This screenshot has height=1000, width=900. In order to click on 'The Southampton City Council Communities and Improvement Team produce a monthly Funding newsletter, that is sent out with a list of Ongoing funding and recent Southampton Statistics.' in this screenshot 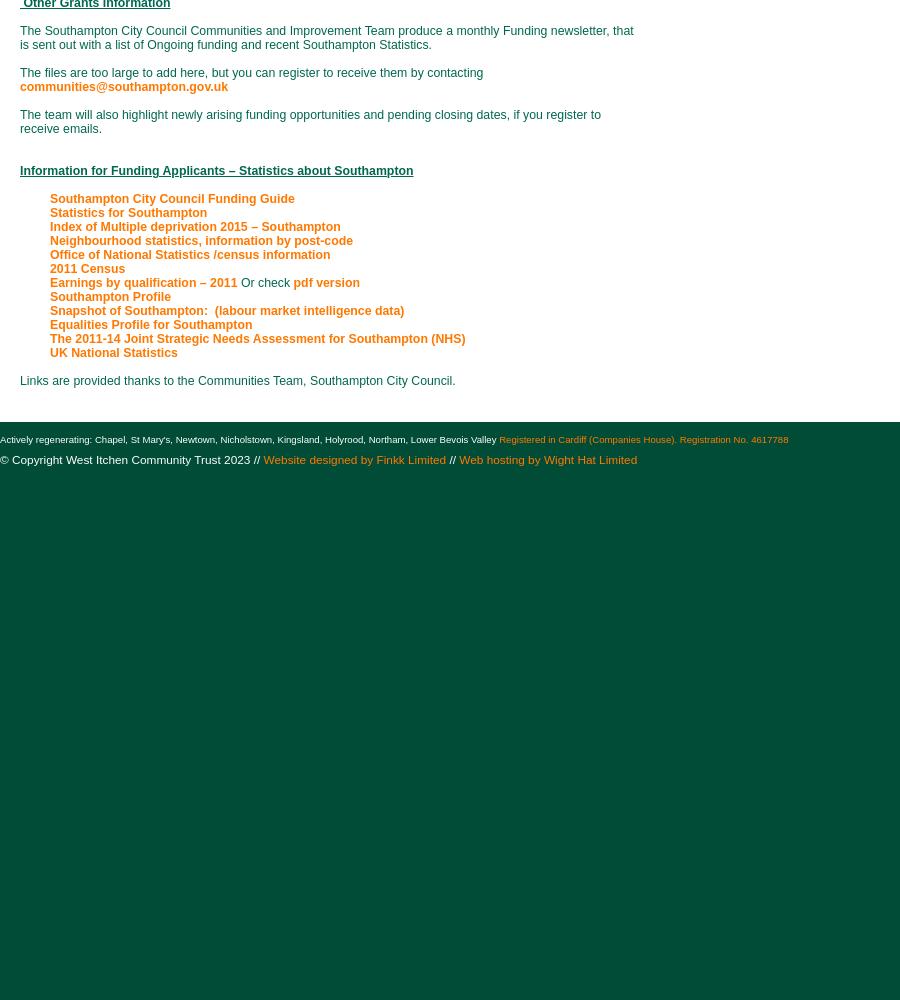, I will do `click(325, 38)`.